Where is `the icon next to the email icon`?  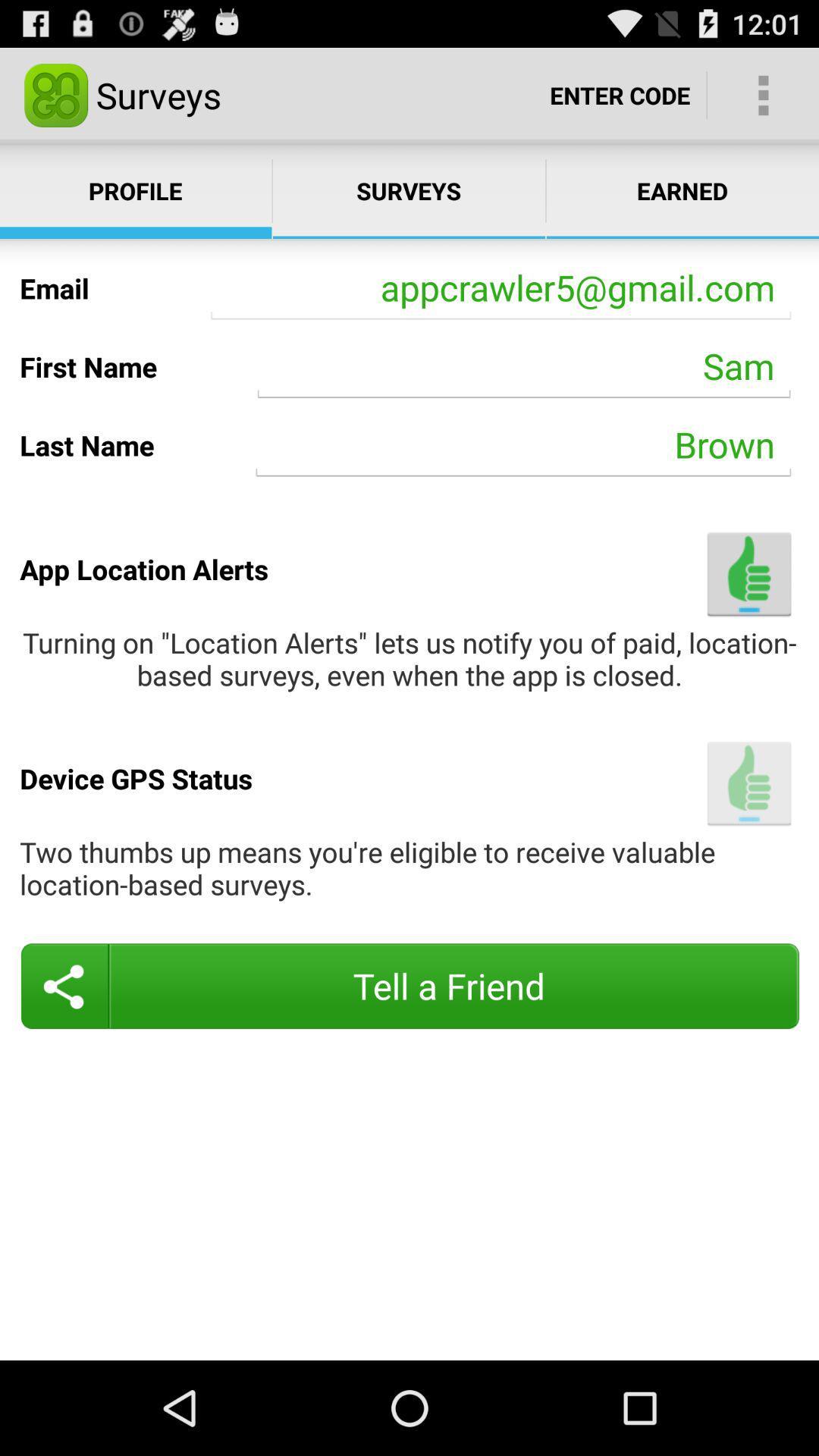
the icon next to the email icon is located at coordinates (500, 288).